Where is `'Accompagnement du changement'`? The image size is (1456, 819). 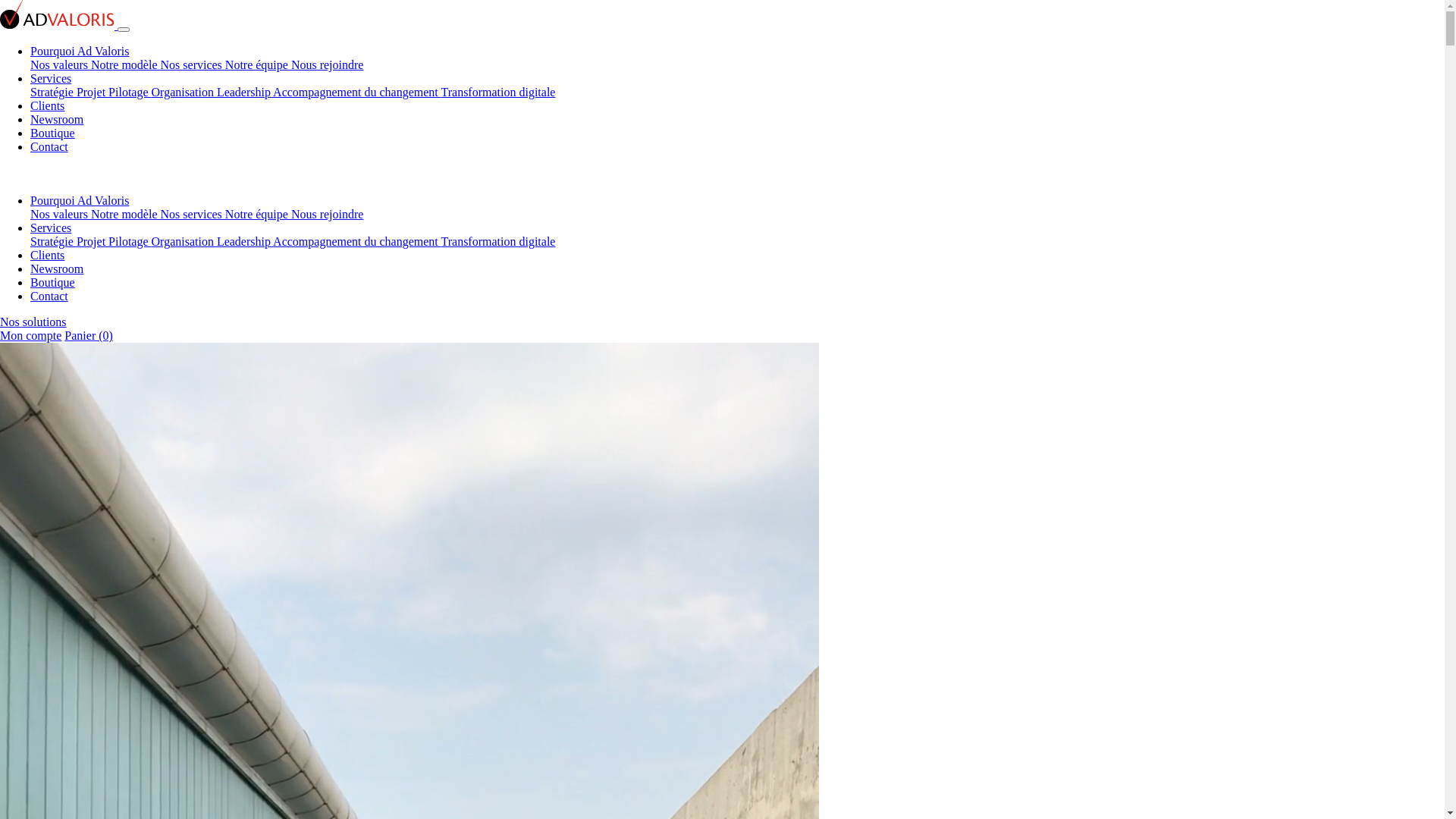 'Accompagnement du changement' is located at coordinates (356, 92).